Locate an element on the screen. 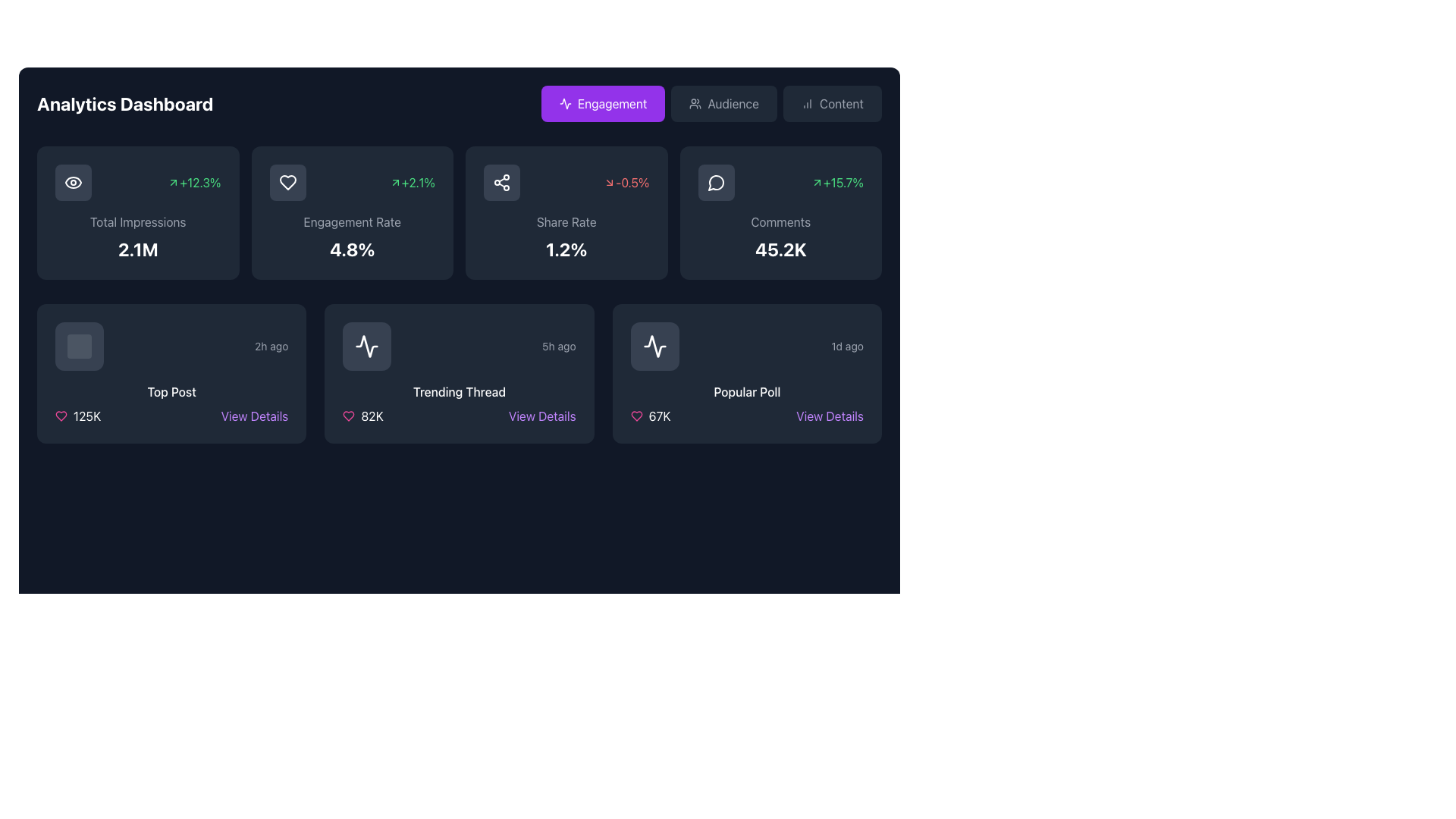 This screenshot has height=819, width=1456. displayed number '67K' from the text label that shows the count of likes or votes in the 'Popular Poll' card located in the bottom-right of the interface is located at coordinates (660, 416).